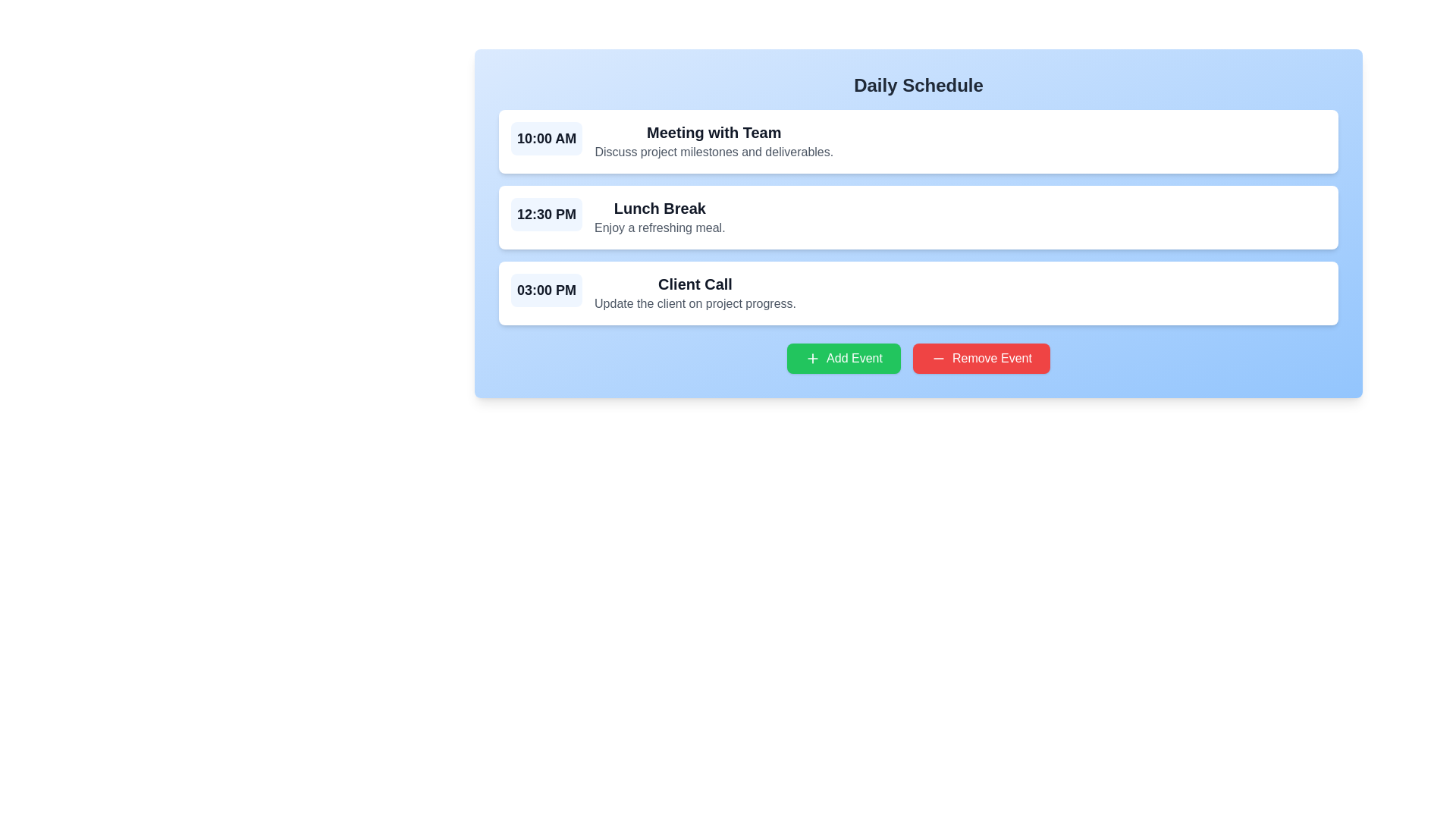 The width and height of the screenshot is (1456, 819). Describe the element at coordinates (546, 290) in the screenshot. I see `the text label displaying '03:00 PM' in bold and large font, which is located on a light blue background within the 'Client Call' box, positioned as the leftmost element and the third box from the top in the schedule list` at that location.